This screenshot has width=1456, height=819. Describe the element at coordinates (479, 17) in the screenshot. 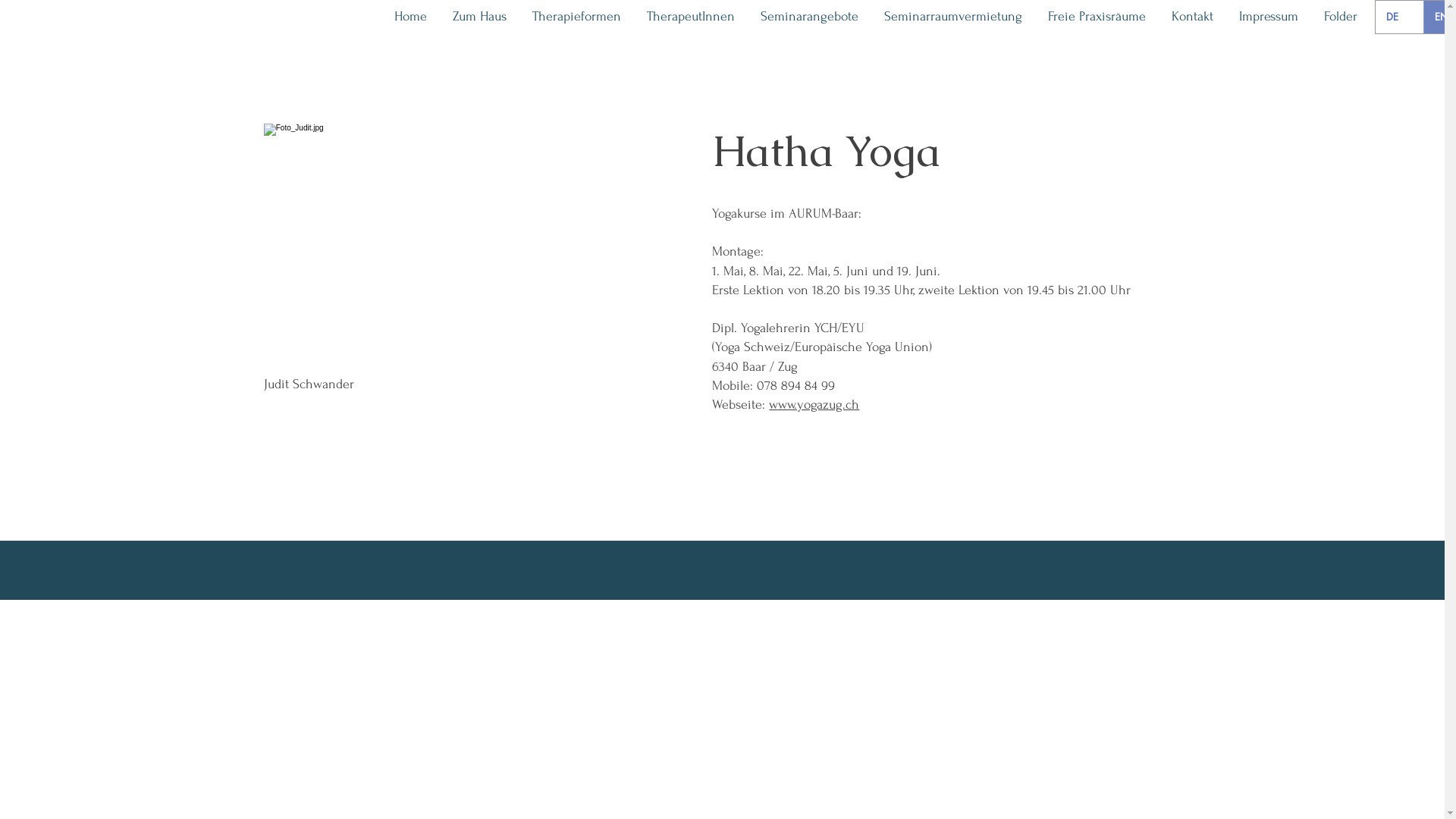

I see `'Zum Haus'` at that location.